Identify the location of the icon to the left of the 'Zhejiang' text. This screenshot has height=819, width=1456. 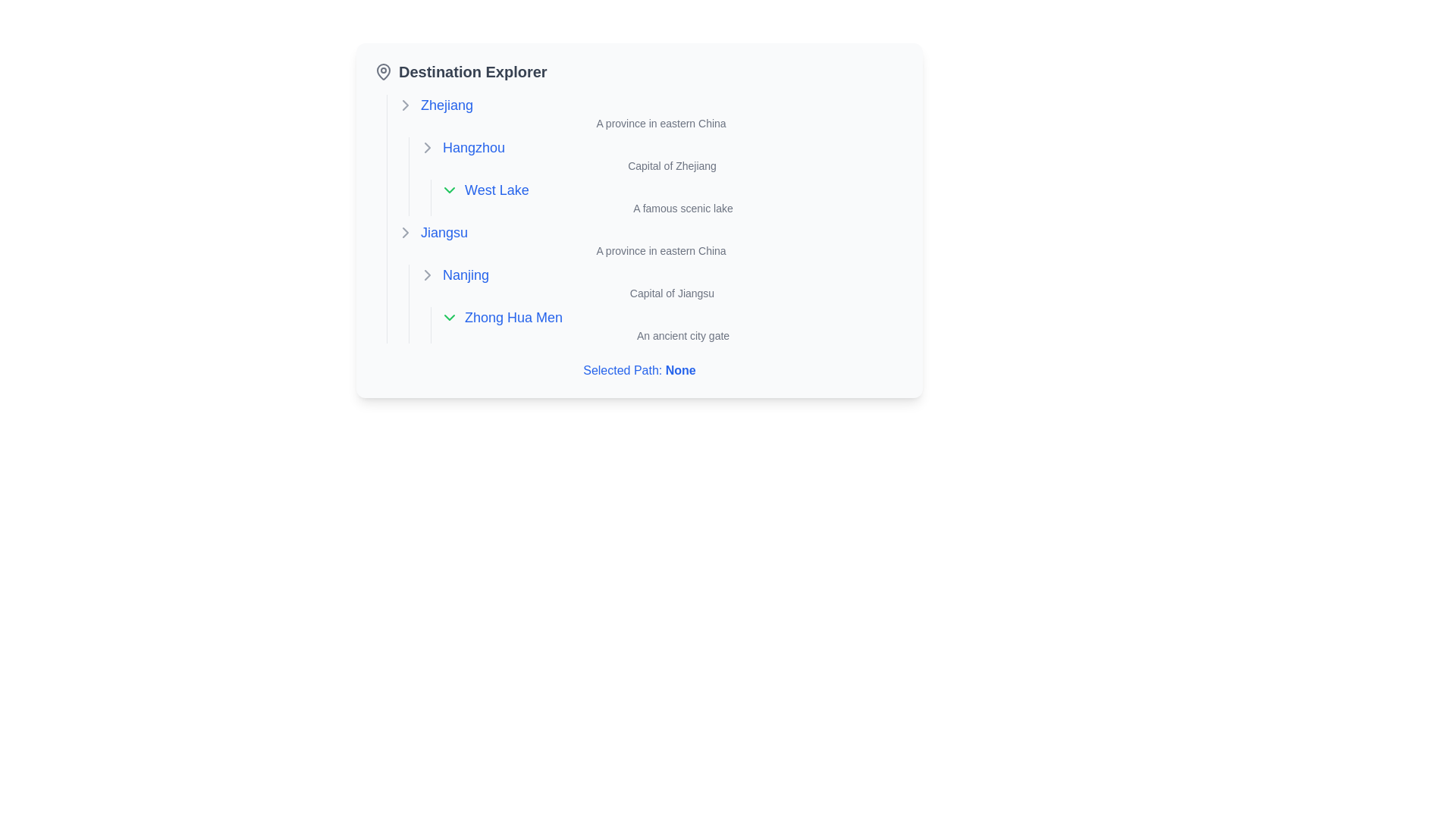
(405, 104).